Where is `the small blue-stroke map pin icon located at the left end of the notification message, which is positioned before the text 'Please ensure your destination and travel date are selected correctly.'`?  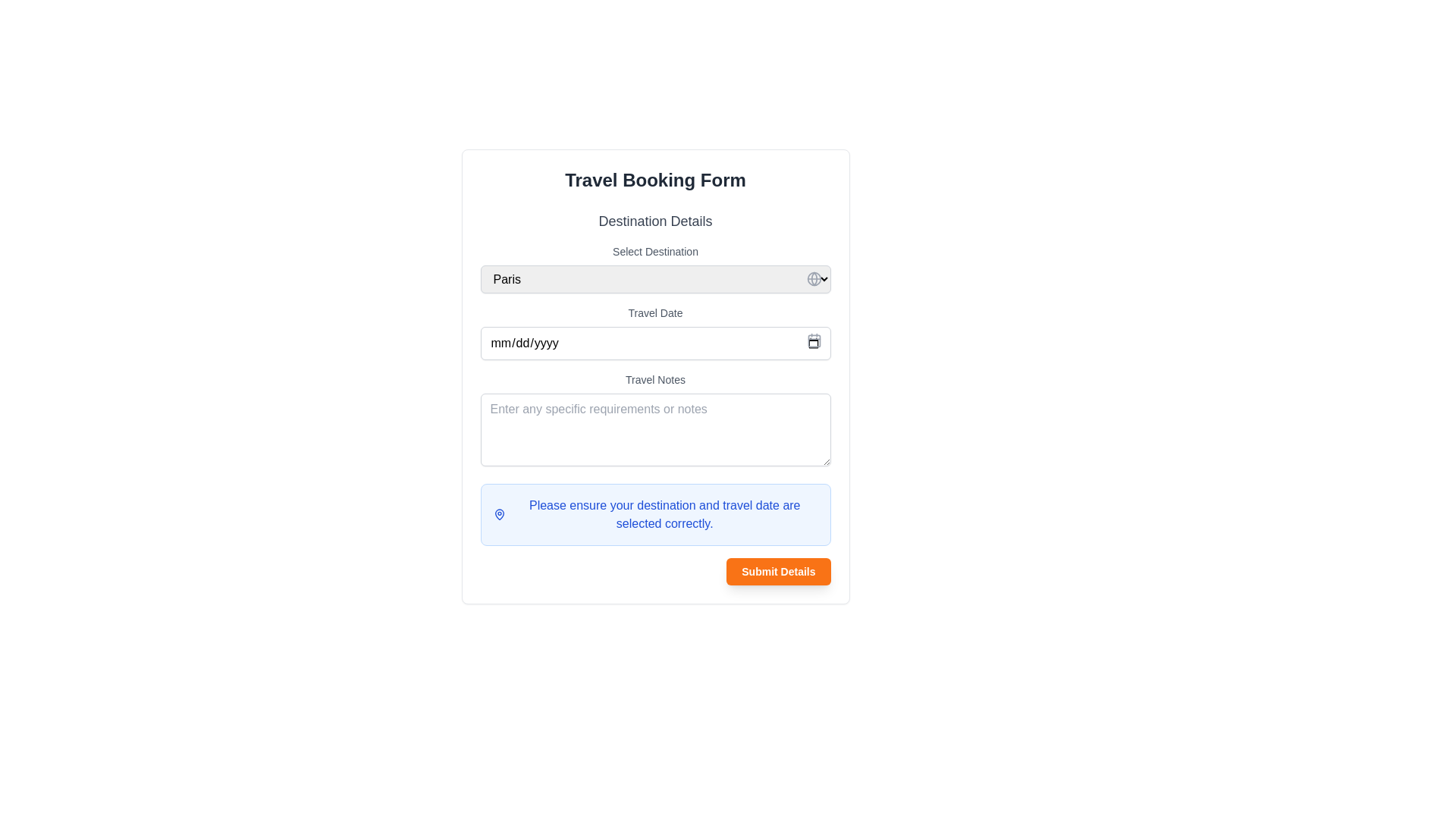 the small blue-stroke map pin icon located at the left end of the notification message, which is positioned before the text 'Please ensure your destination and travel date are selected correctly.' is located at coordinates (499, 513).